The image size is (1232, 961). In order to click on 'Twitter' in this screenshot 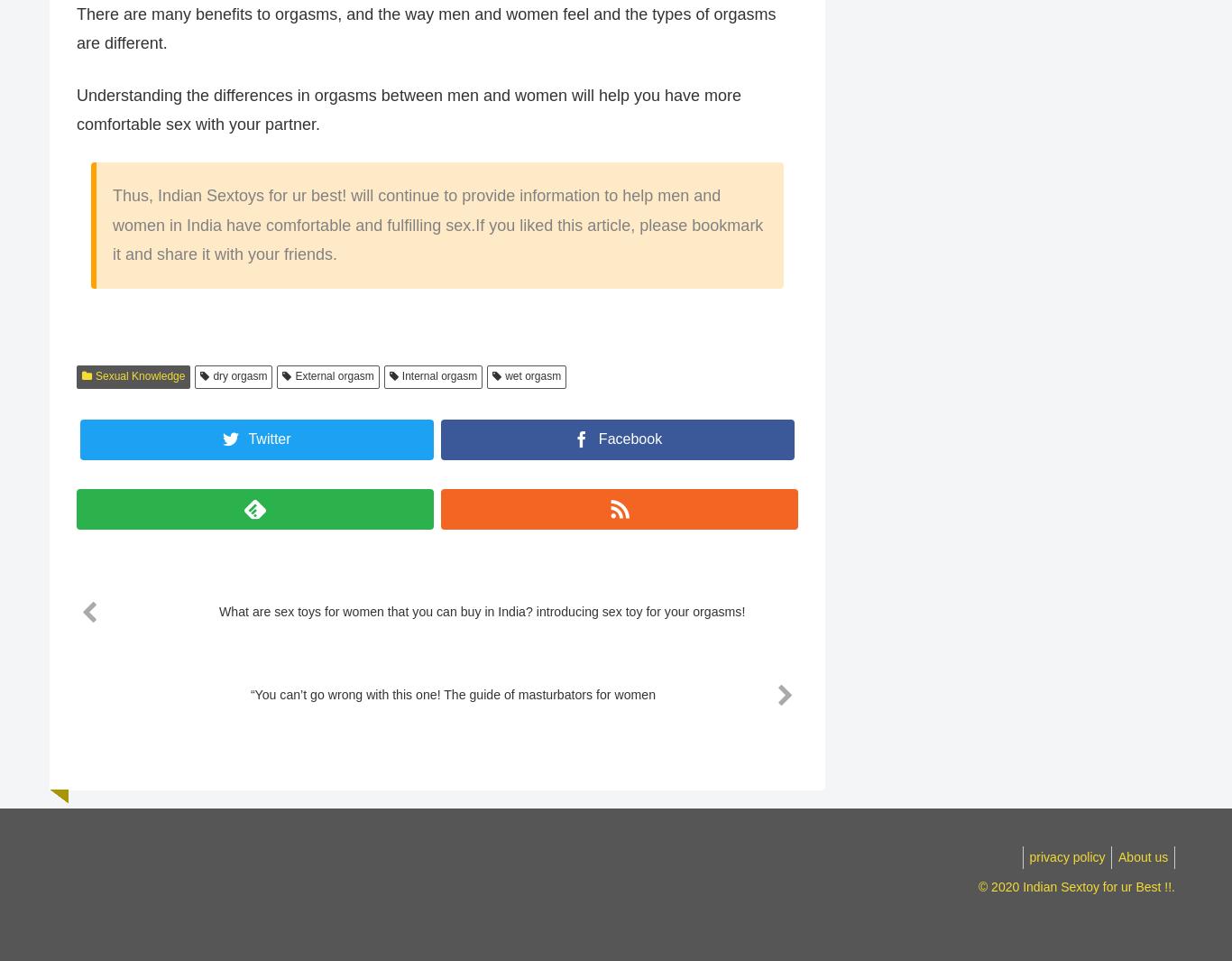, I will do `click(269, 439)`.